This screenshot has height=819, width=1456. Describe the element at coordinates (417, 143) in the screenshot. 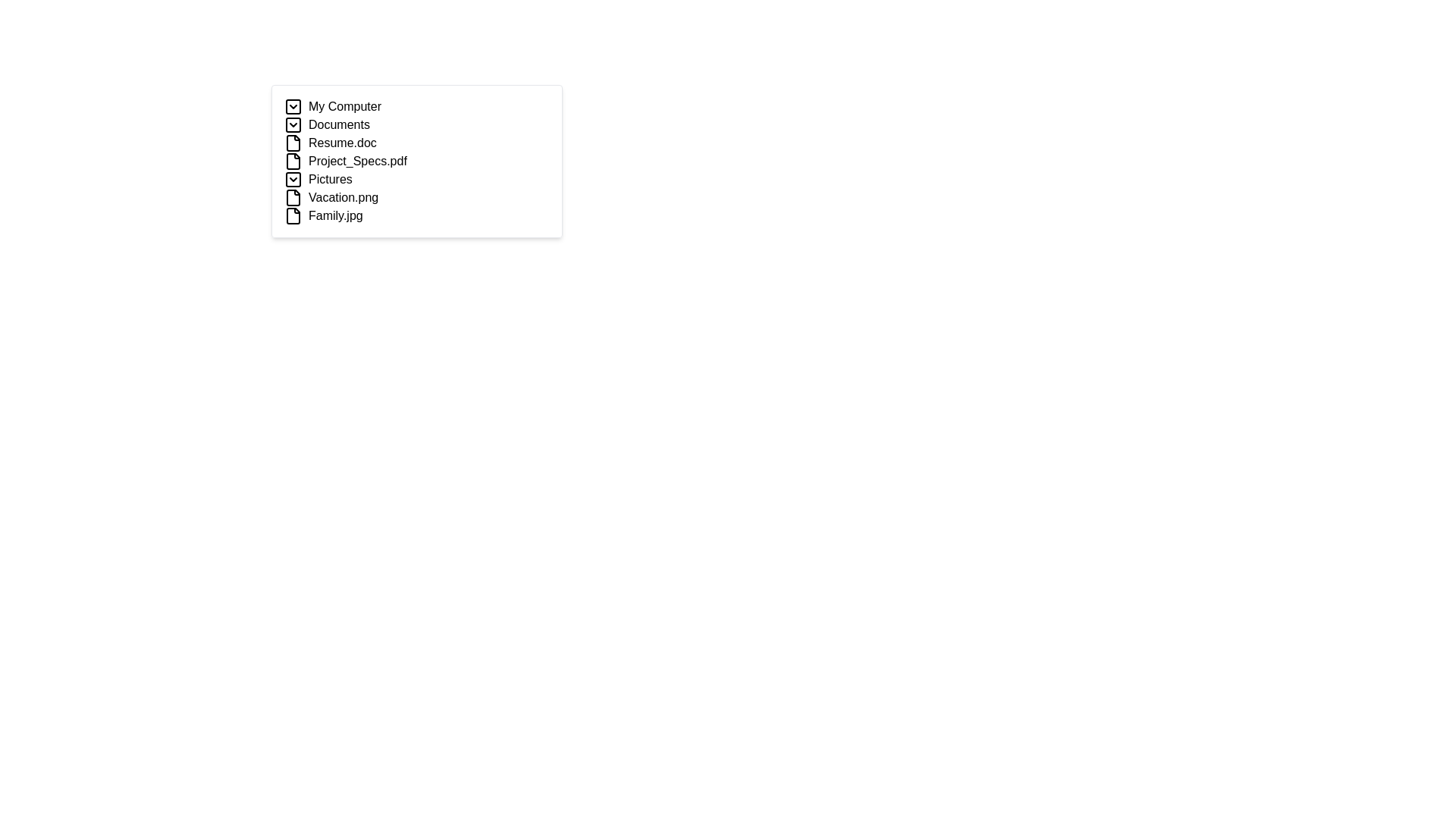

I see `the selectable file item labeled 'Resume.doc' in the Documents section` at that location.